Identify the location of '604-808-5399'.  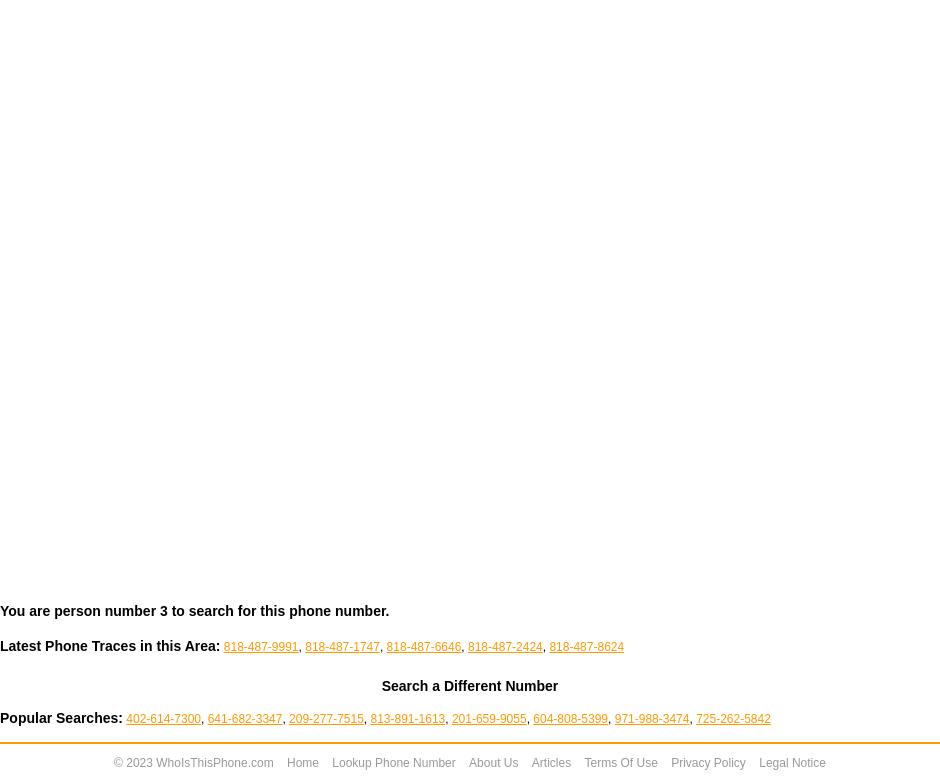
(570, 718).